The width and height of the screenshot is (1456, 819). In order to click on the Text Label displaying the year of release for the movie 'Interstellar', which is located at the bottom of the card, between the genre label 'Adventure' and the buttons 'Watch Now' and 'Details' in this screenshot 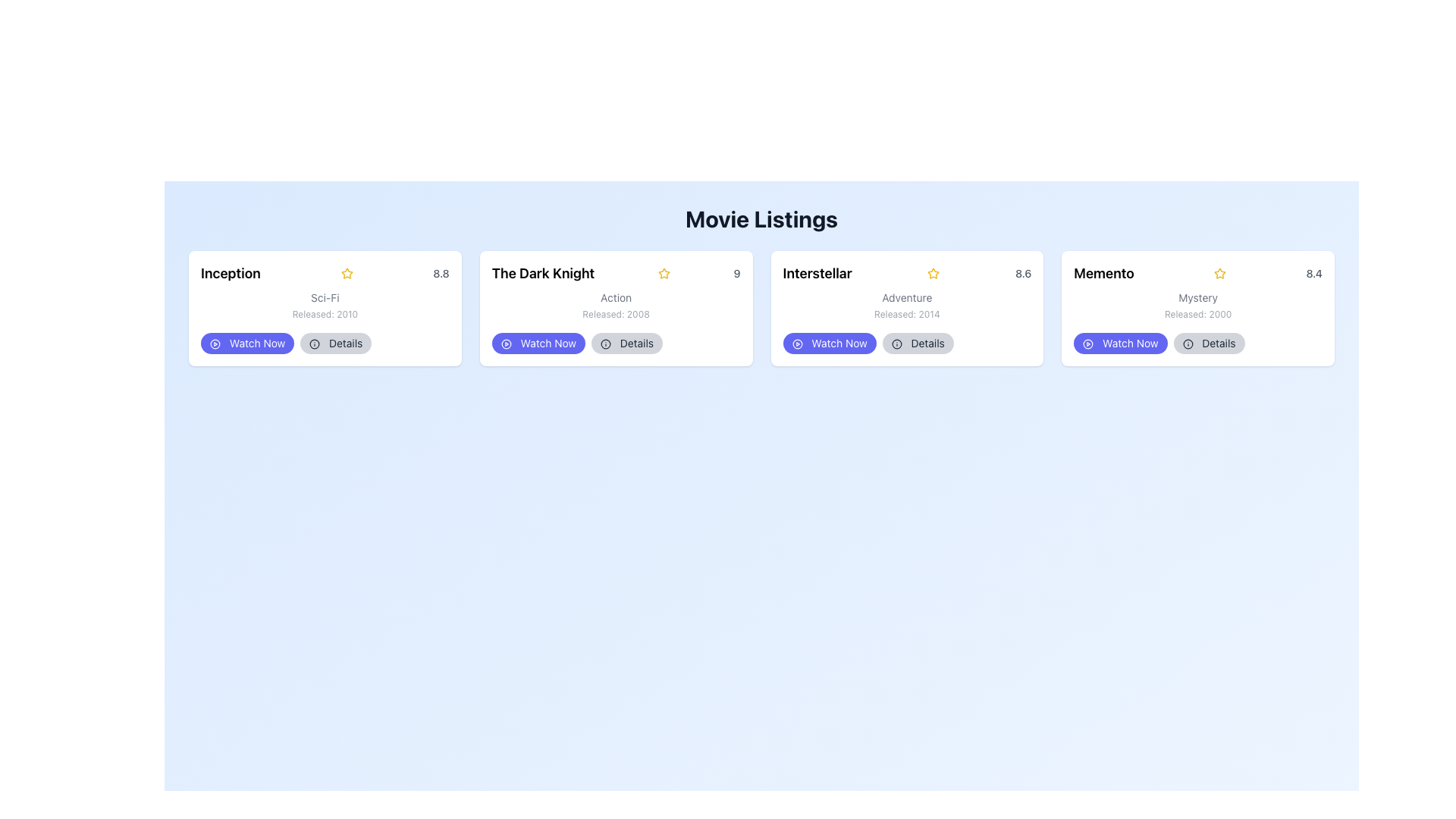, I will do `click(907, 314)`.